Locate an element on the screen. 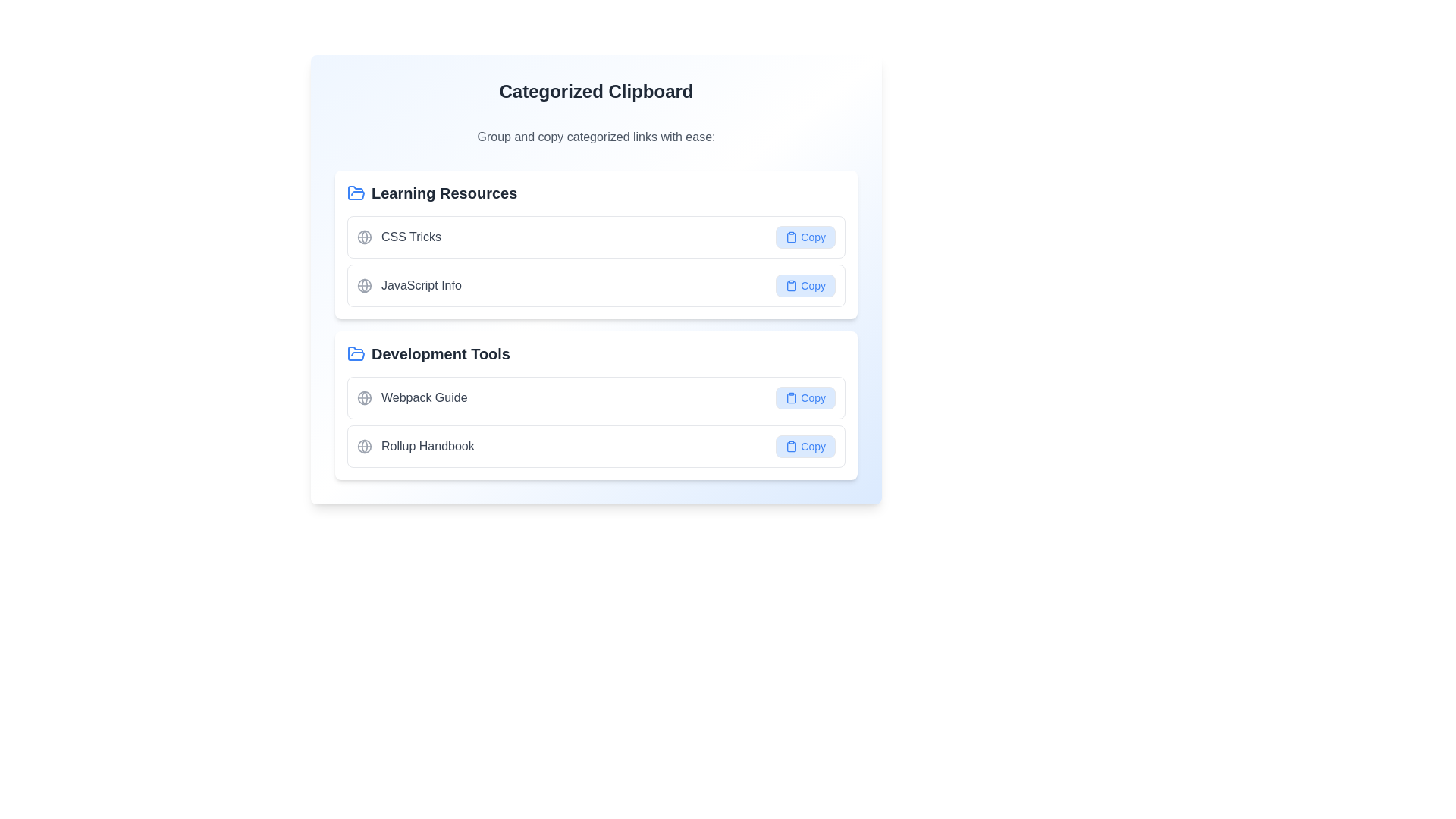 This screenshot has height=819, width=1456. the 'Webpack Guide' text label, which is styled in a sans-serif font and positioned next to a globe icon is located at coordinates (424, 397).